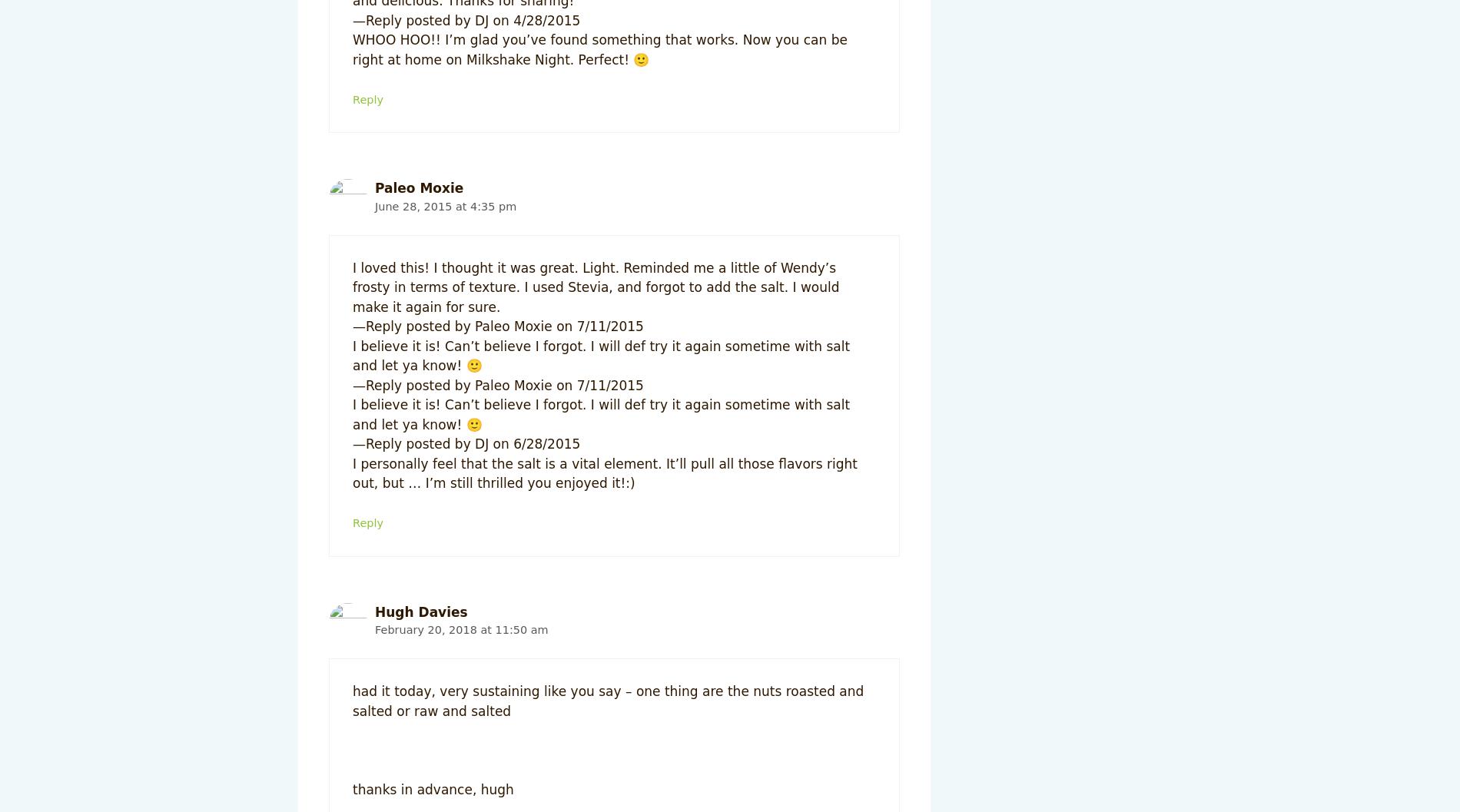  Describe the element at coordinates (433, 787) in the screenshot. I see `'thanks in advance, hugh'` at that location.